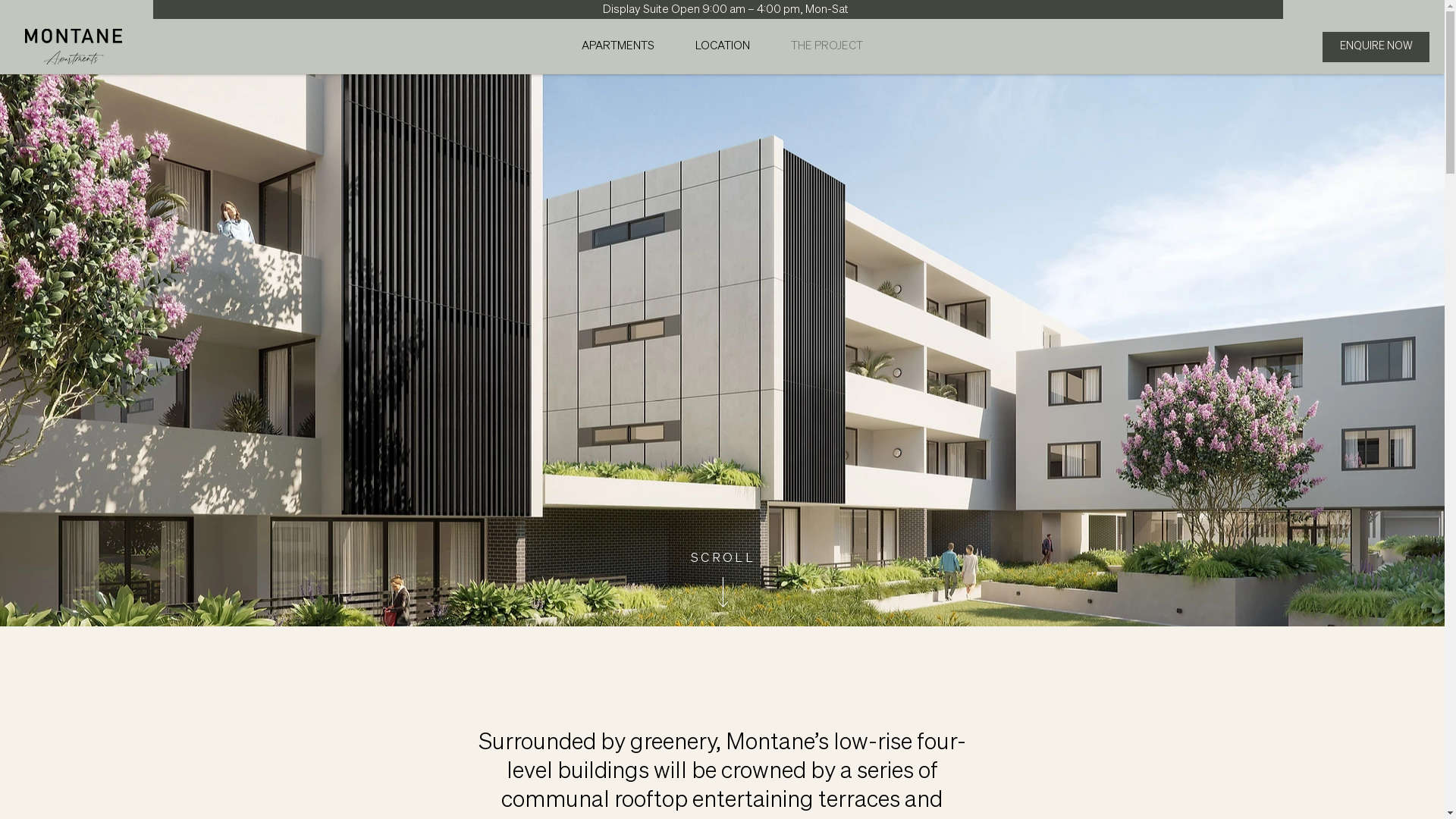 The image size is (1456, 819). I want to click on 'LOCATION', so click(722, 45).